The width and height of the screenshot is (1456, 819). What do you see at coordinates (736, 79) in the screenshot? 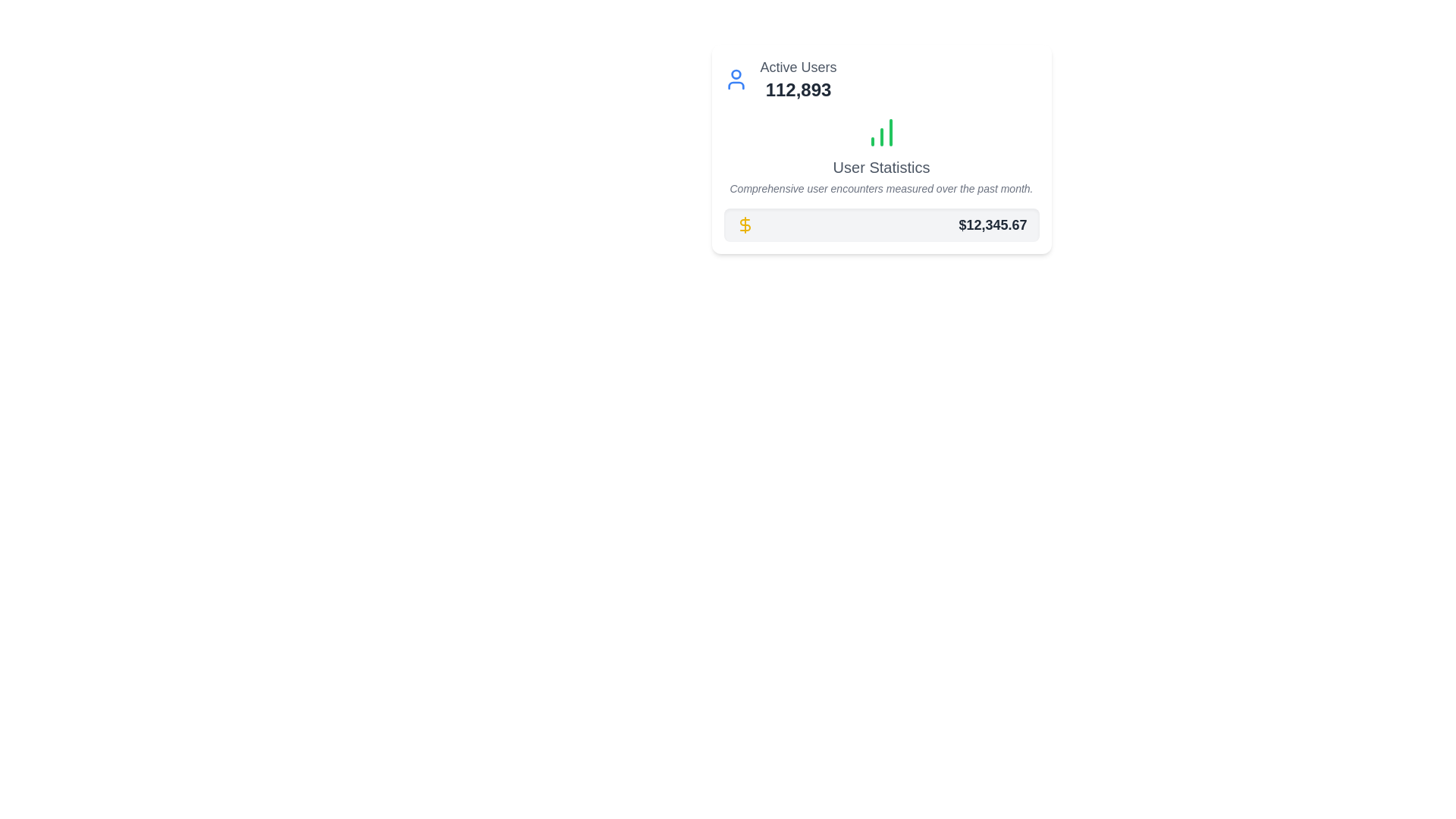
I see `the blue outlined user icon located to the left of the text 'Active Users 112,893' within the user statistics section` at bounding box center [736, 79].